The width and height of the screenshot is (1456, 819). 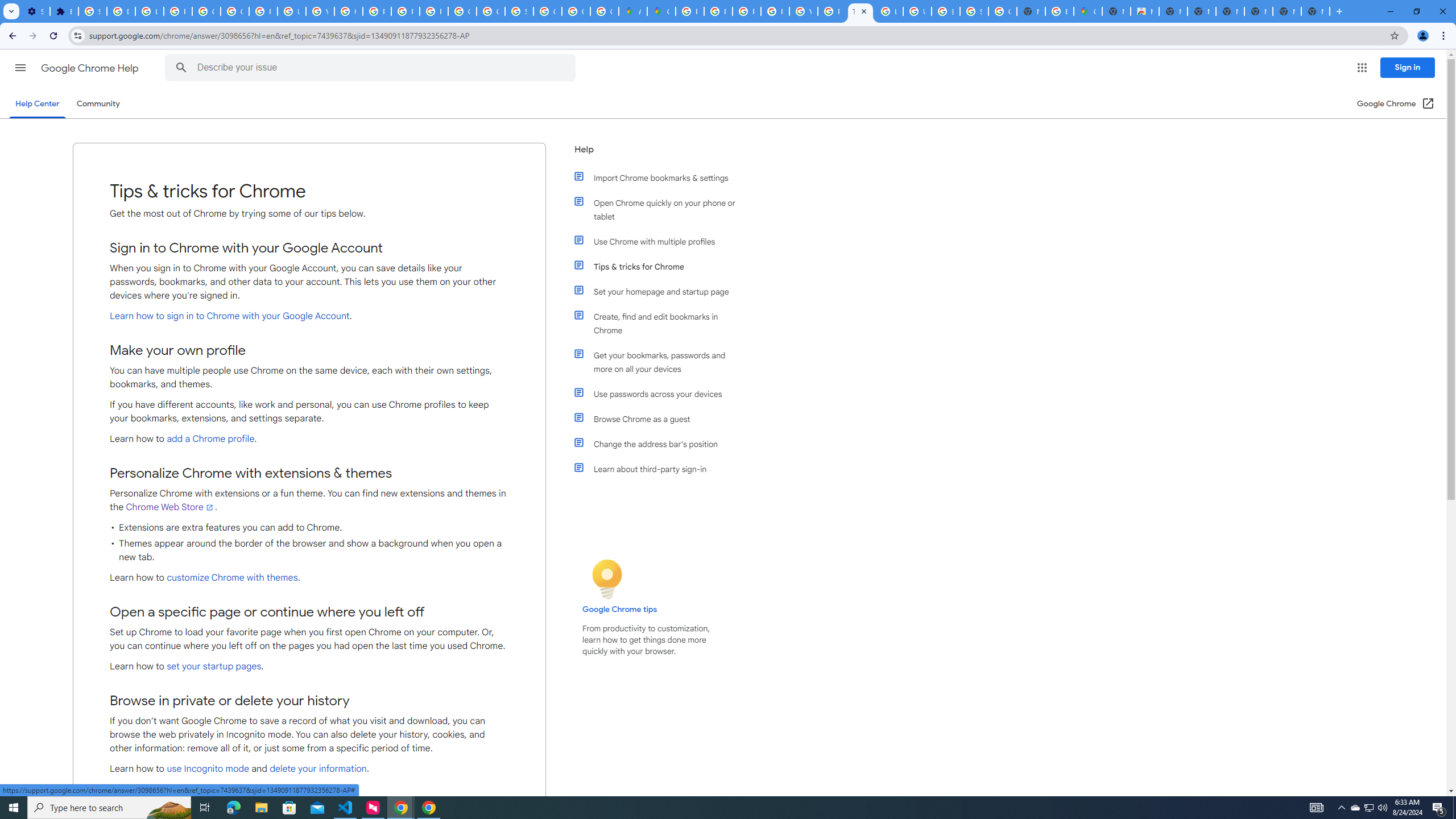 What do you see at coordinates (371, 67) in the screenshot?
I see `'Describe your issue'` at bounding box center [371, 67].